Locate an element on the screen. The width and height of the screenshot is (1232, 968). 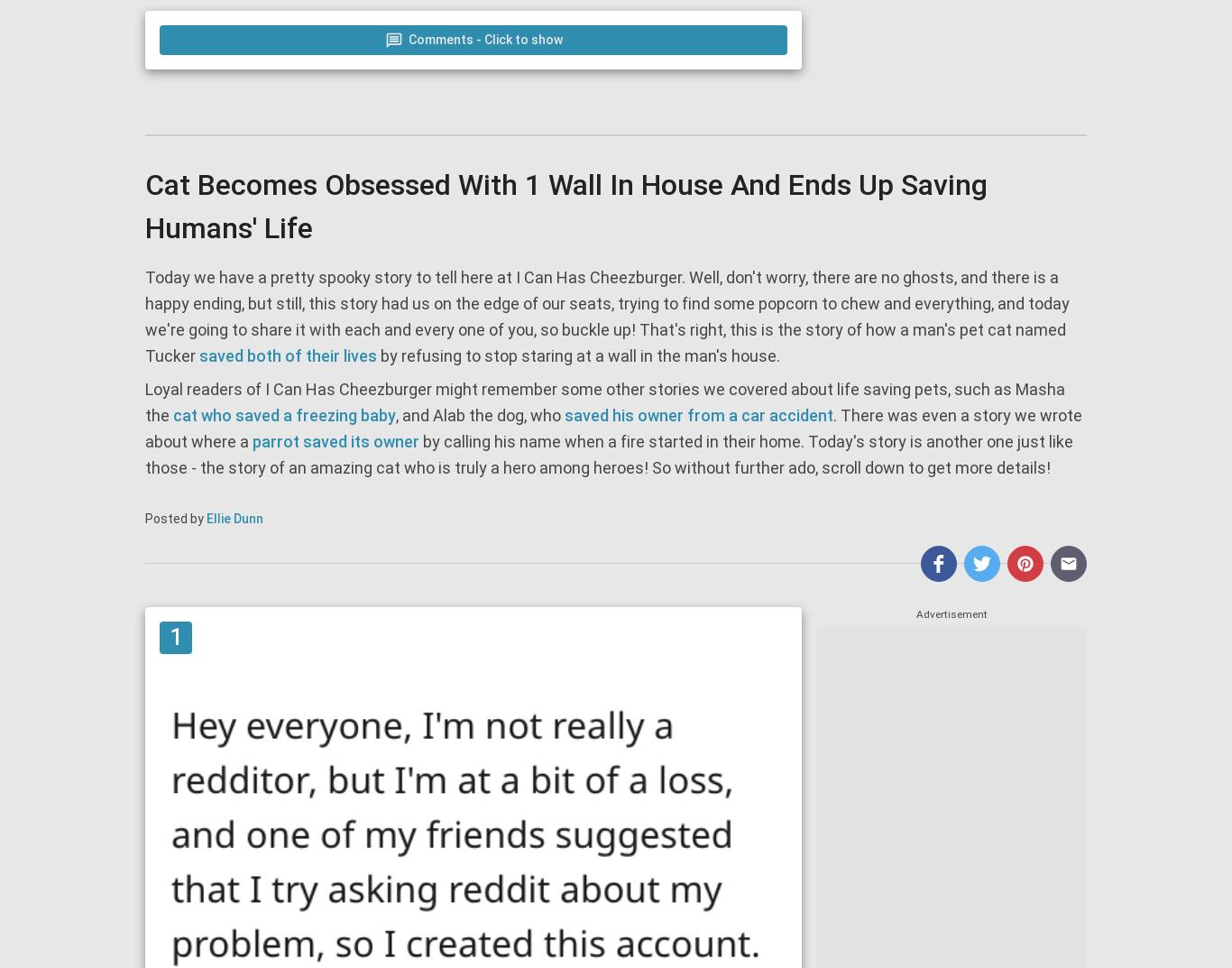
'saved his owner from a car accident' is located at coordinates (697, 415).